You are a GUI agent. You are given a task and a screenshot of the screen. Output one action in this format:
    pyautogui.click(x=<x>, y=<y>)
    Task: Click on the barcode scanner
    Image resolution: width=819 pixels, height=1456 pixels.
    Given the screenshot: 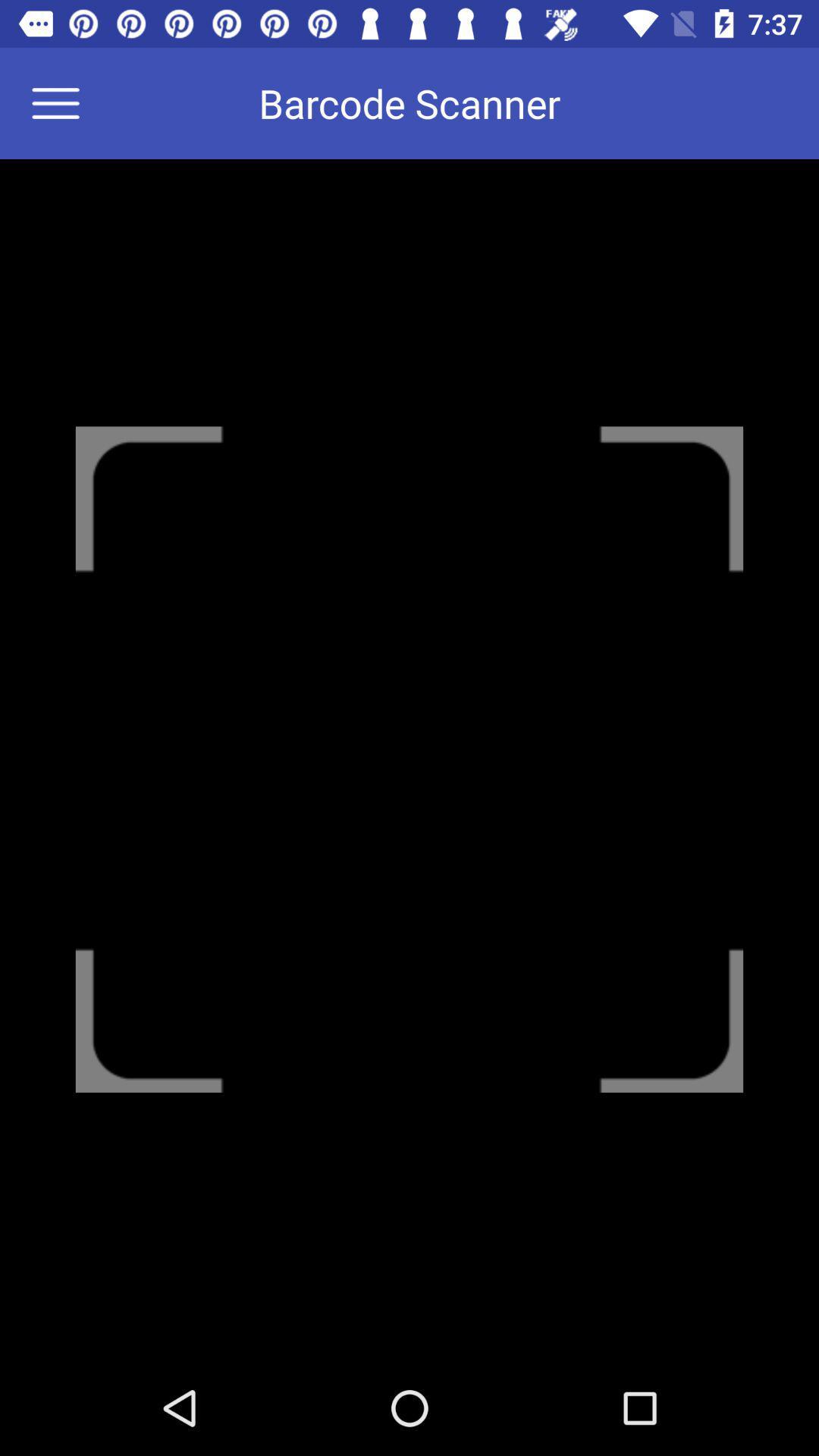 What is the action you would take?
    pyautogui.click(x=64, y=102)
    